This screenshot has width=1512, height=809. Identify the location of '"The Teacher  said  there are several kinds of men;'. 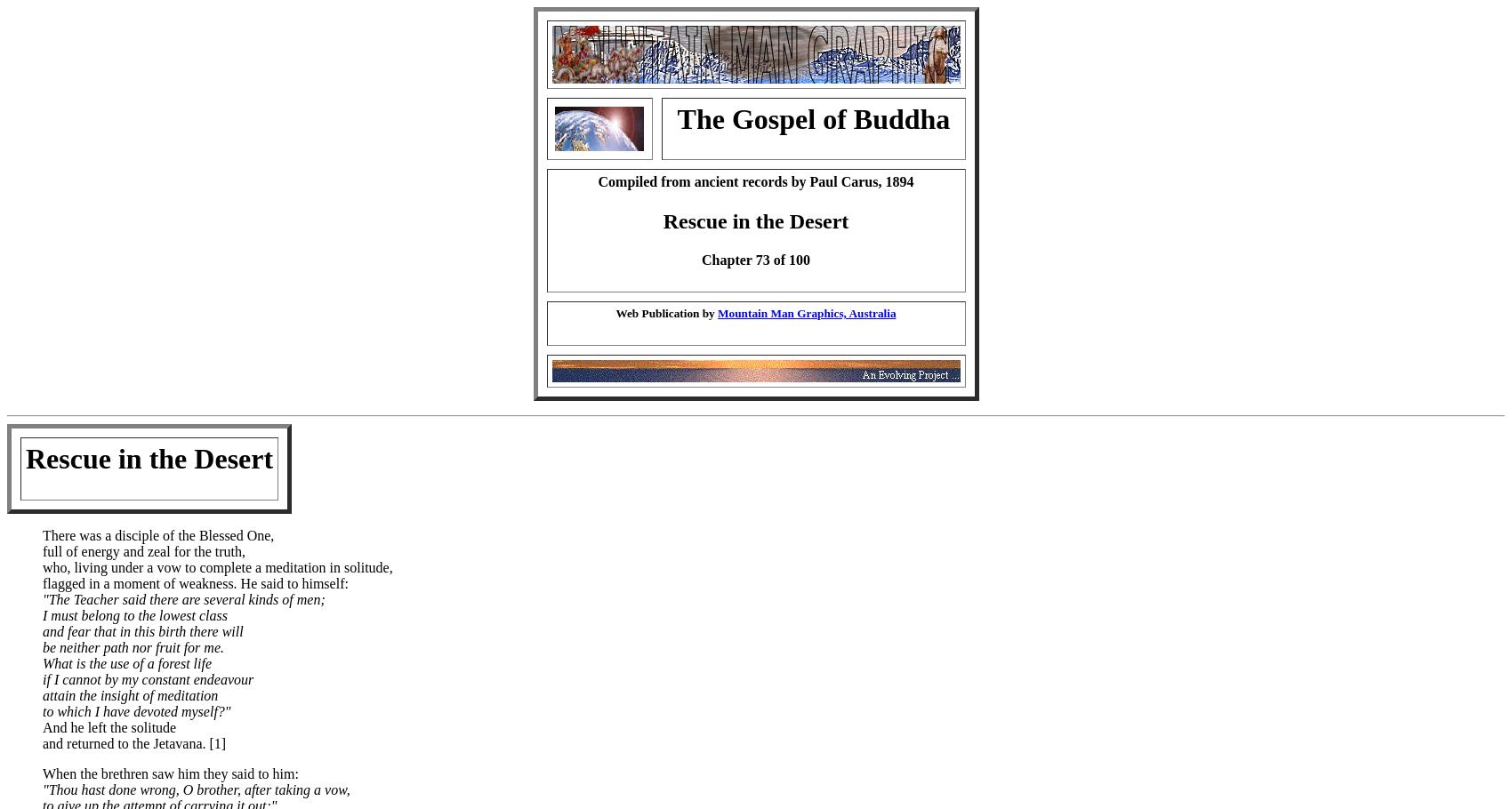
(182, 597).